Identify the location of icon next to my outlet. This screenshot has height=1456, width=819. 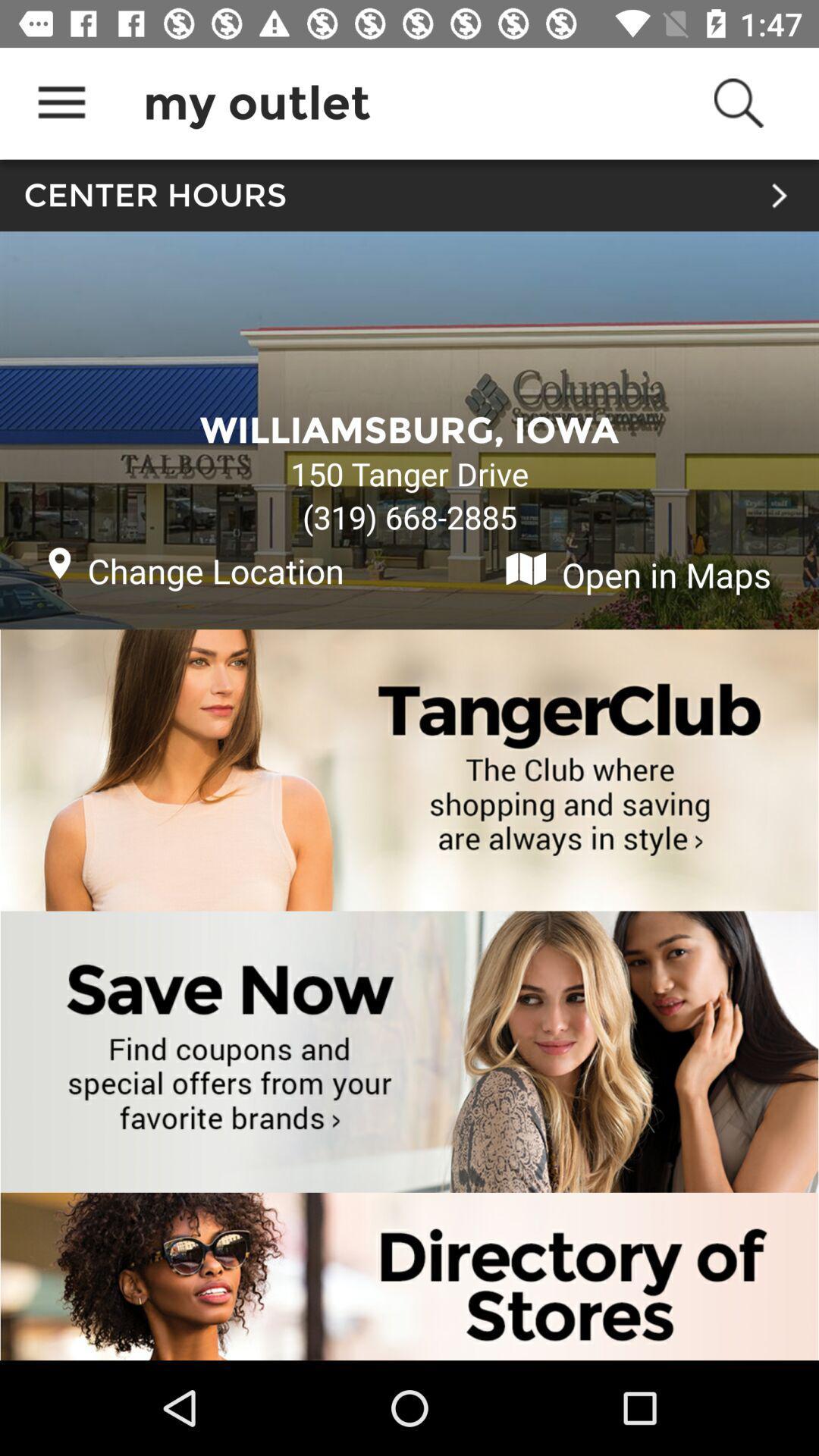
(61, 102).